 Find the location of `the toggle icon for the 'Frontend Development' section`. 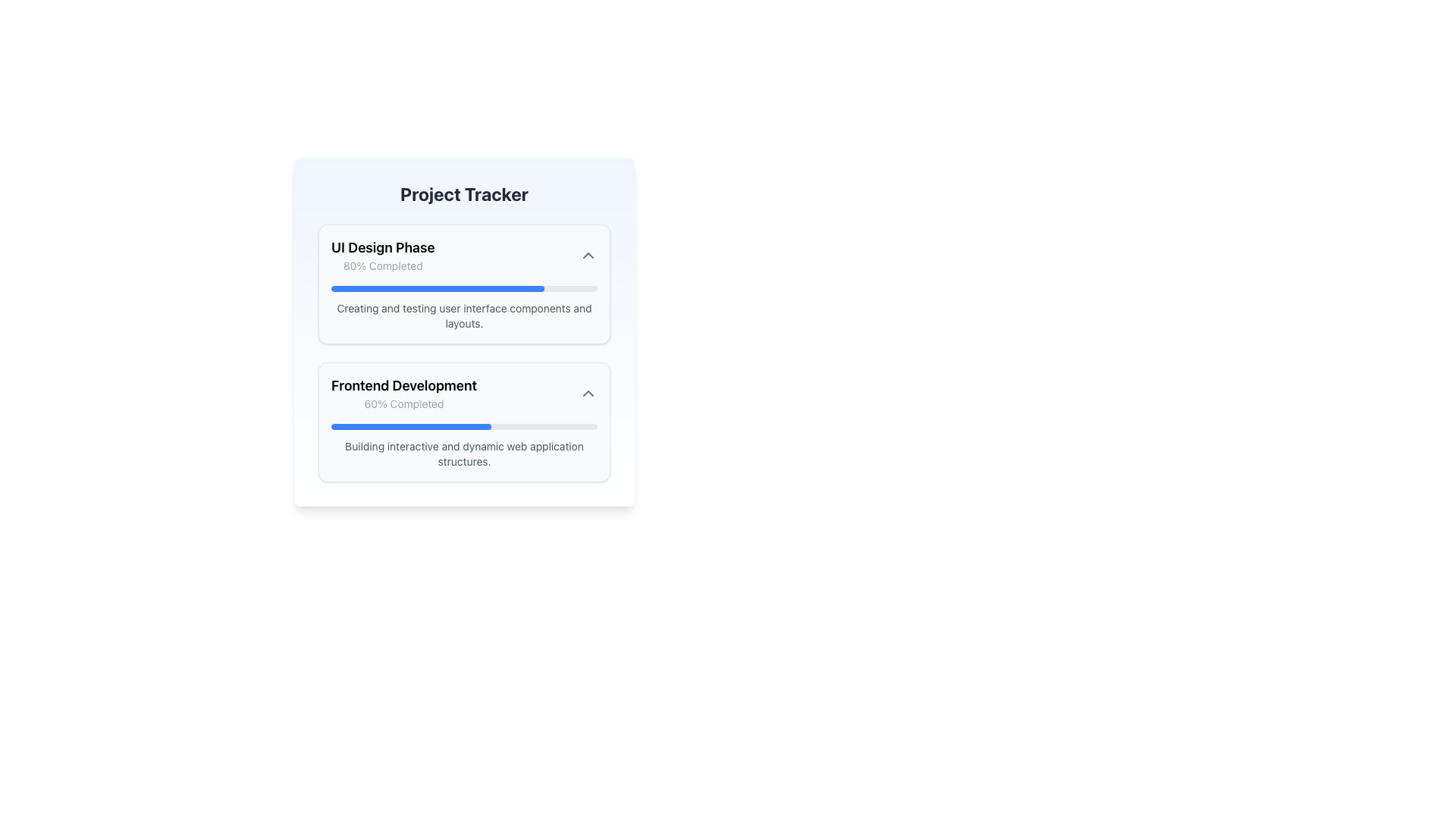

the toggle icon for the 'Frontend Development' section is located at coordinates (588, 393).